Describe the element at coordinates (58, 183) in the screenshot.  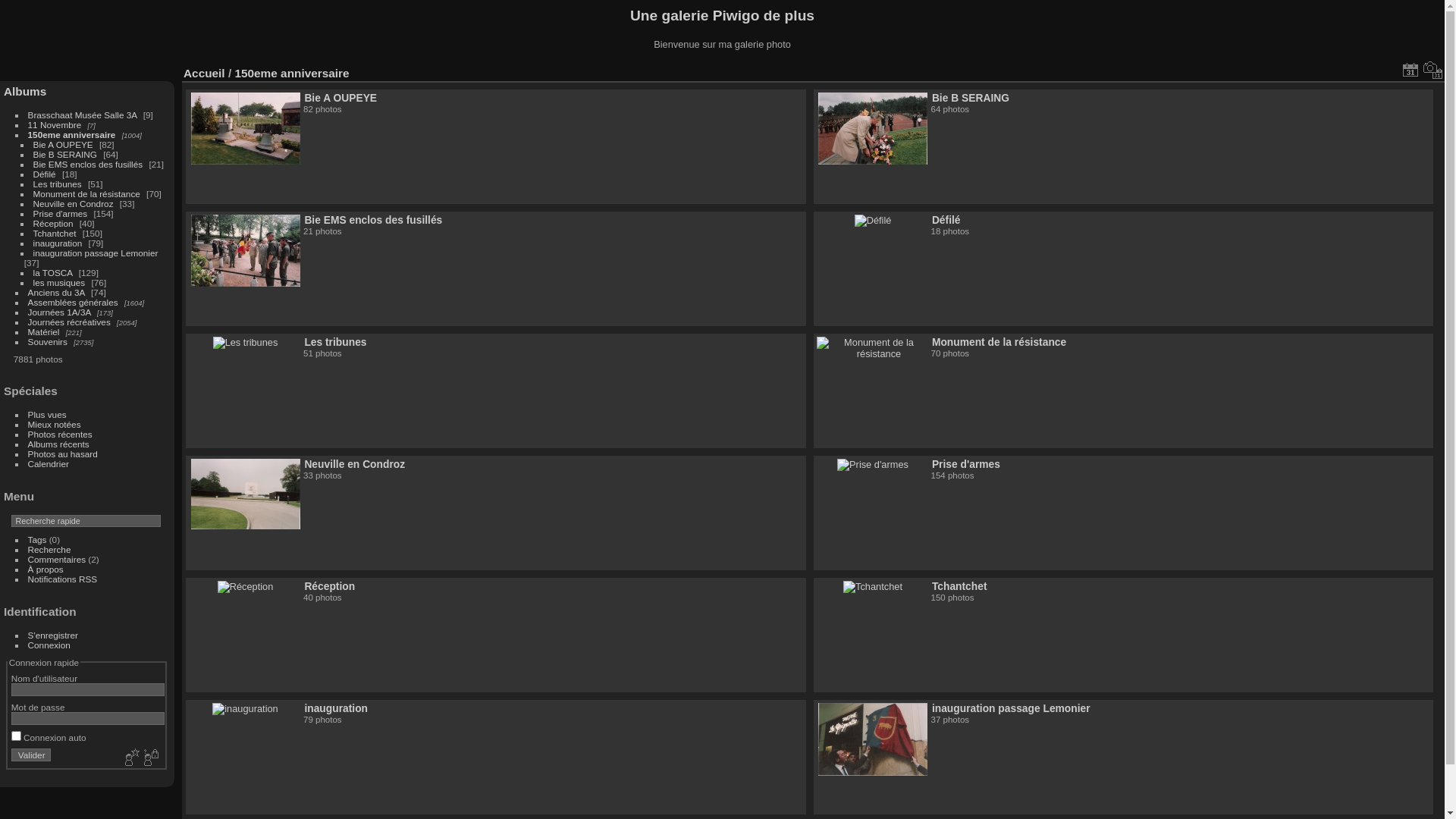
I see `'Les tribunes'` at that location.